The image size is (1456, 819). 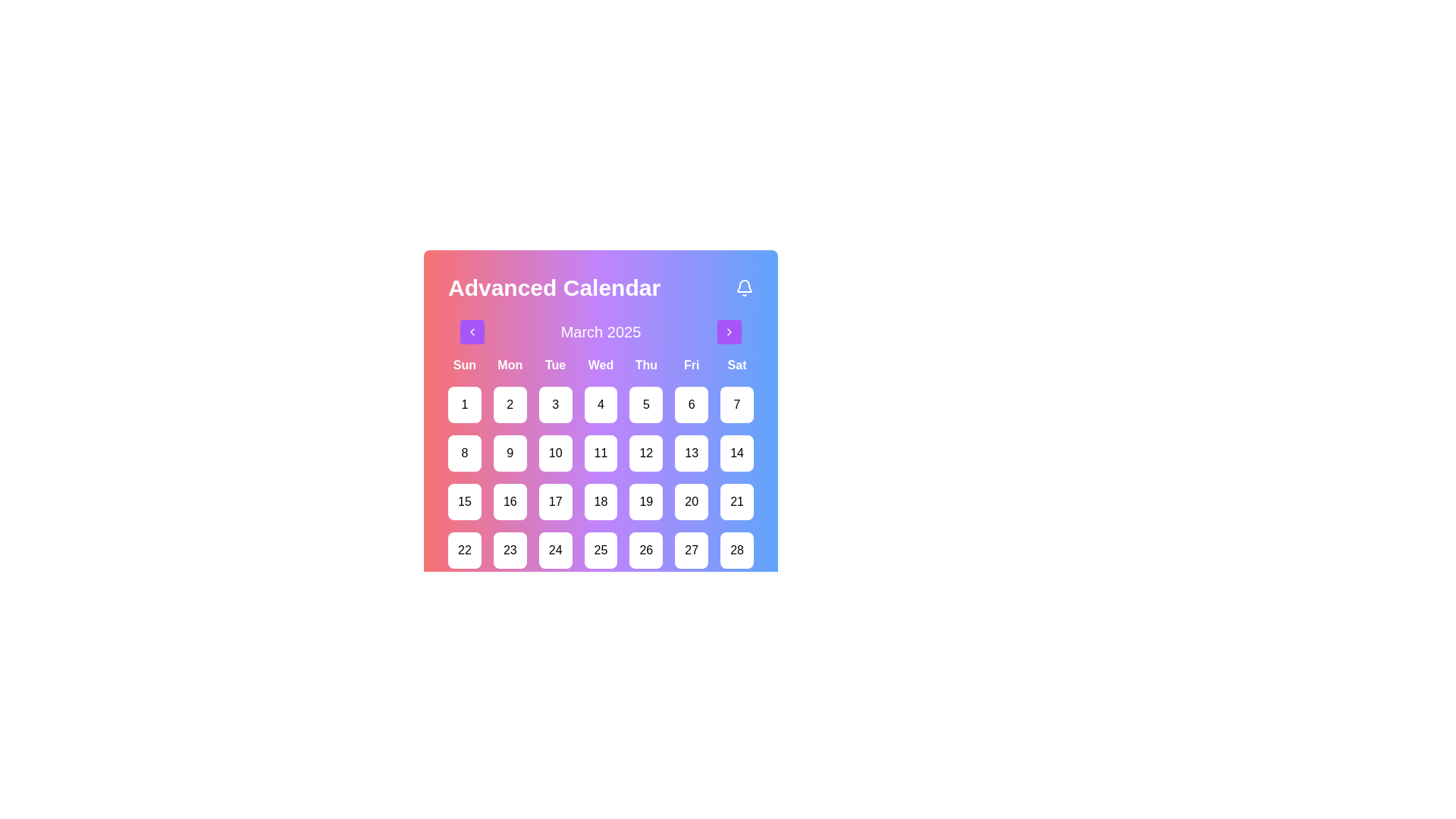 What do you see at coordinates (646, 366) in the screenshot?
I see `the label for Thursday in the weekday header of the calendar, which is located between 'Wed' and 'Fri'` at bounding box center [646, 366].